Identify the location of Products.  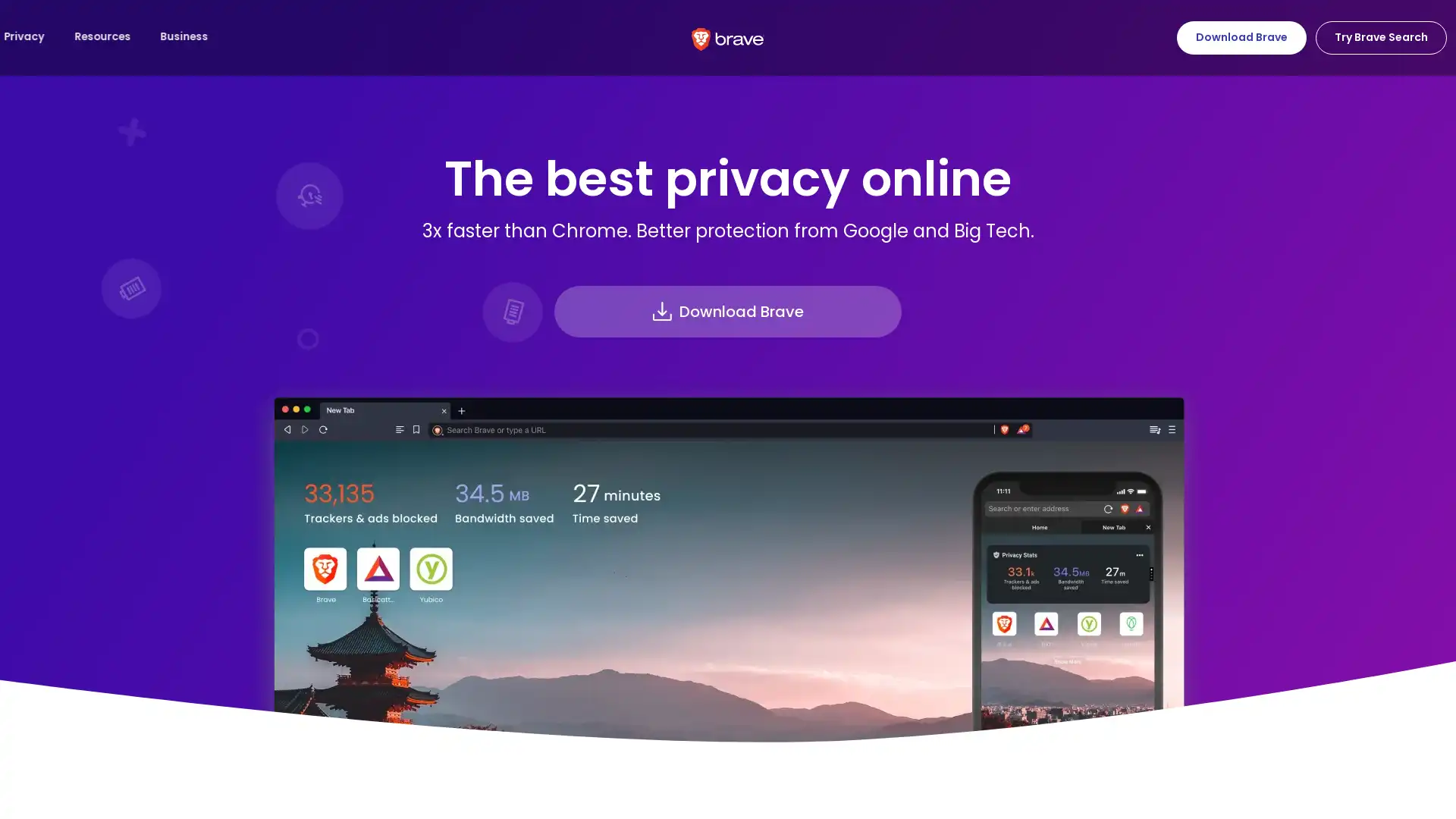
(121, 36).